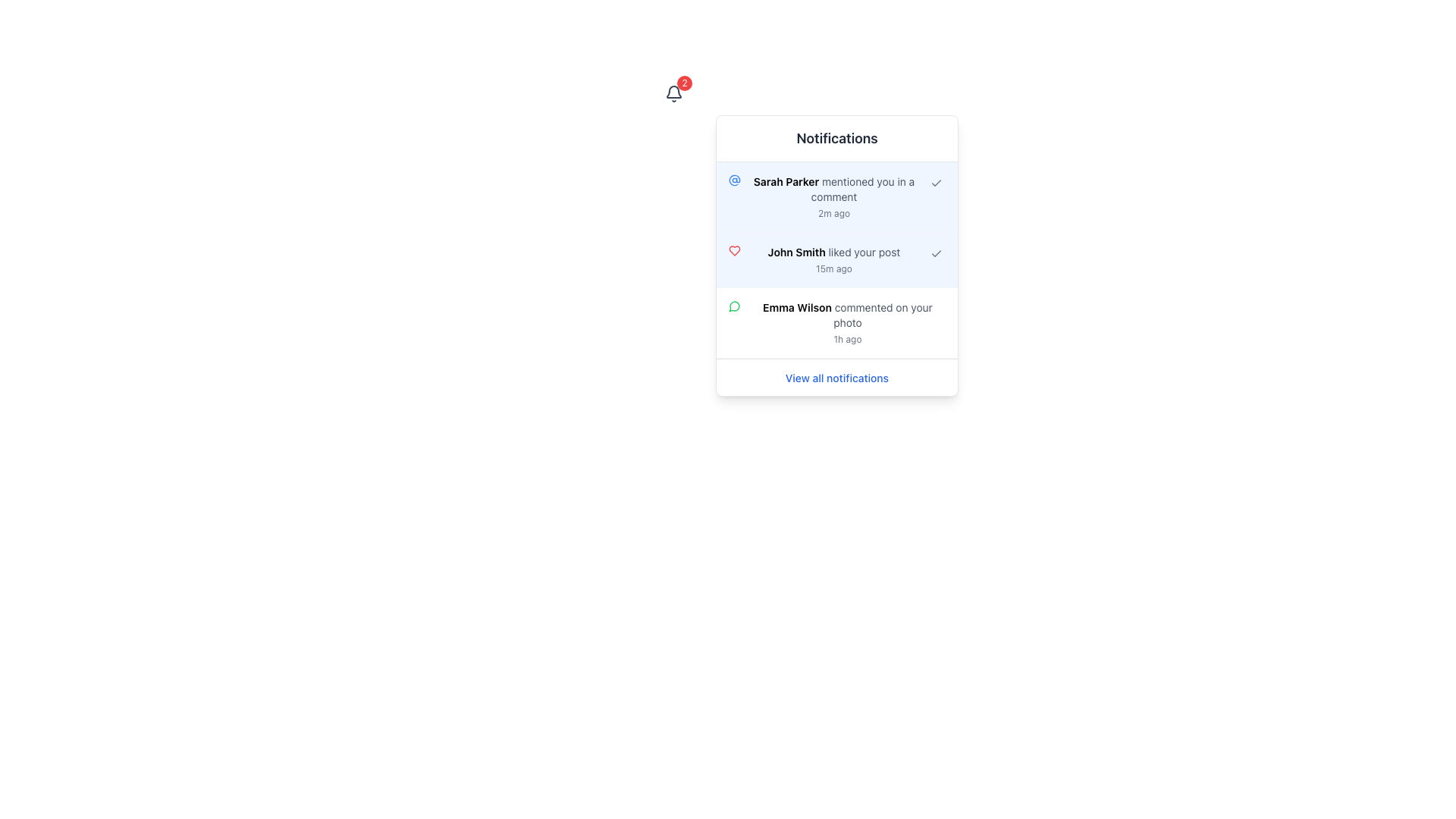  I want to click on the circular button with a checkmark icon to mark the notification from 'Sarah Parker' as read, so click(935, 183).